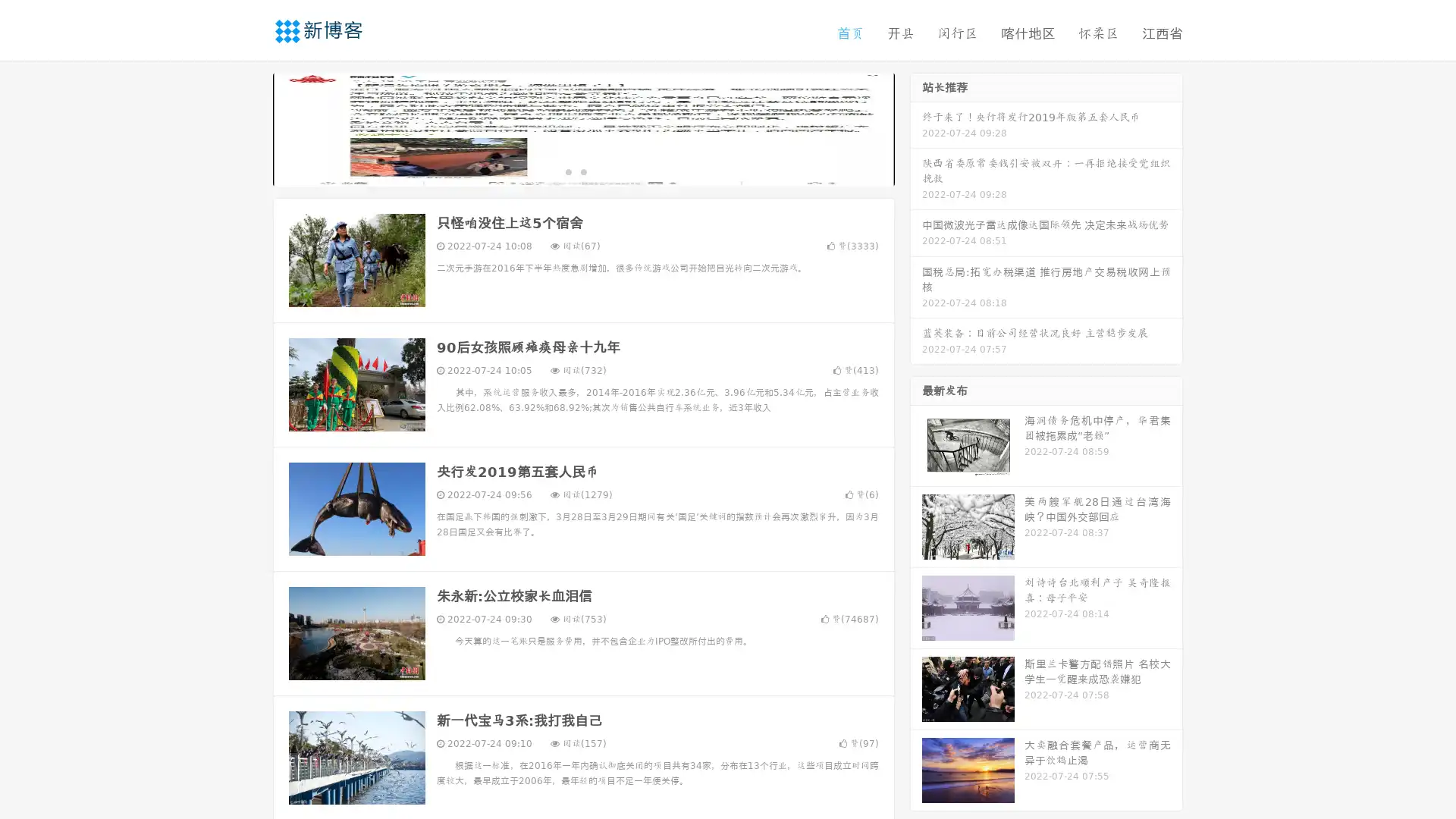  What do you see at coordinates (250, 127) in the screenshot?
I see `Previous slide` at bounding box center [250, 127].